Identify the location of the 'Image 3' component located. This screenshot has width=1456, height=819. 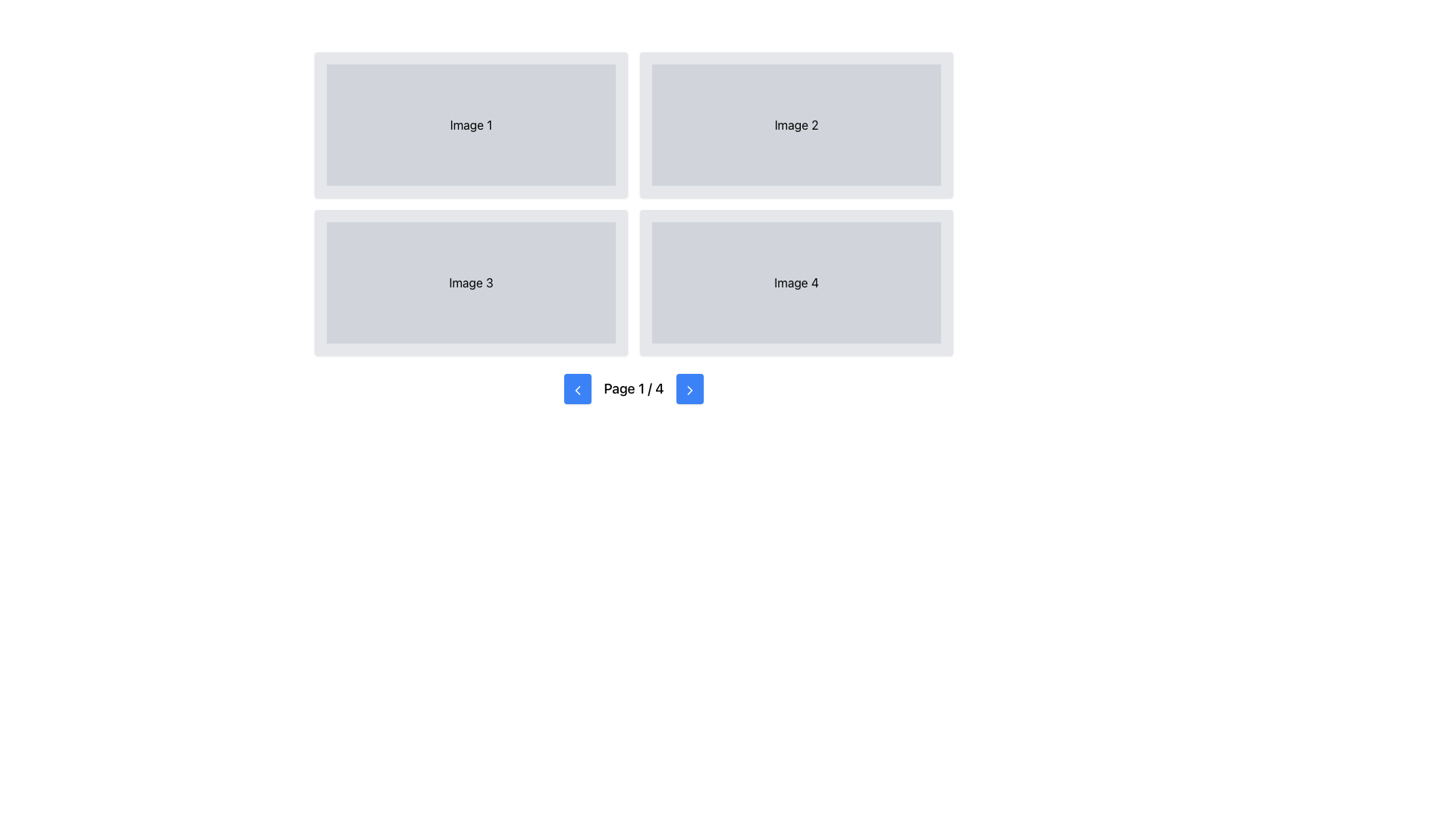
(470, 283).